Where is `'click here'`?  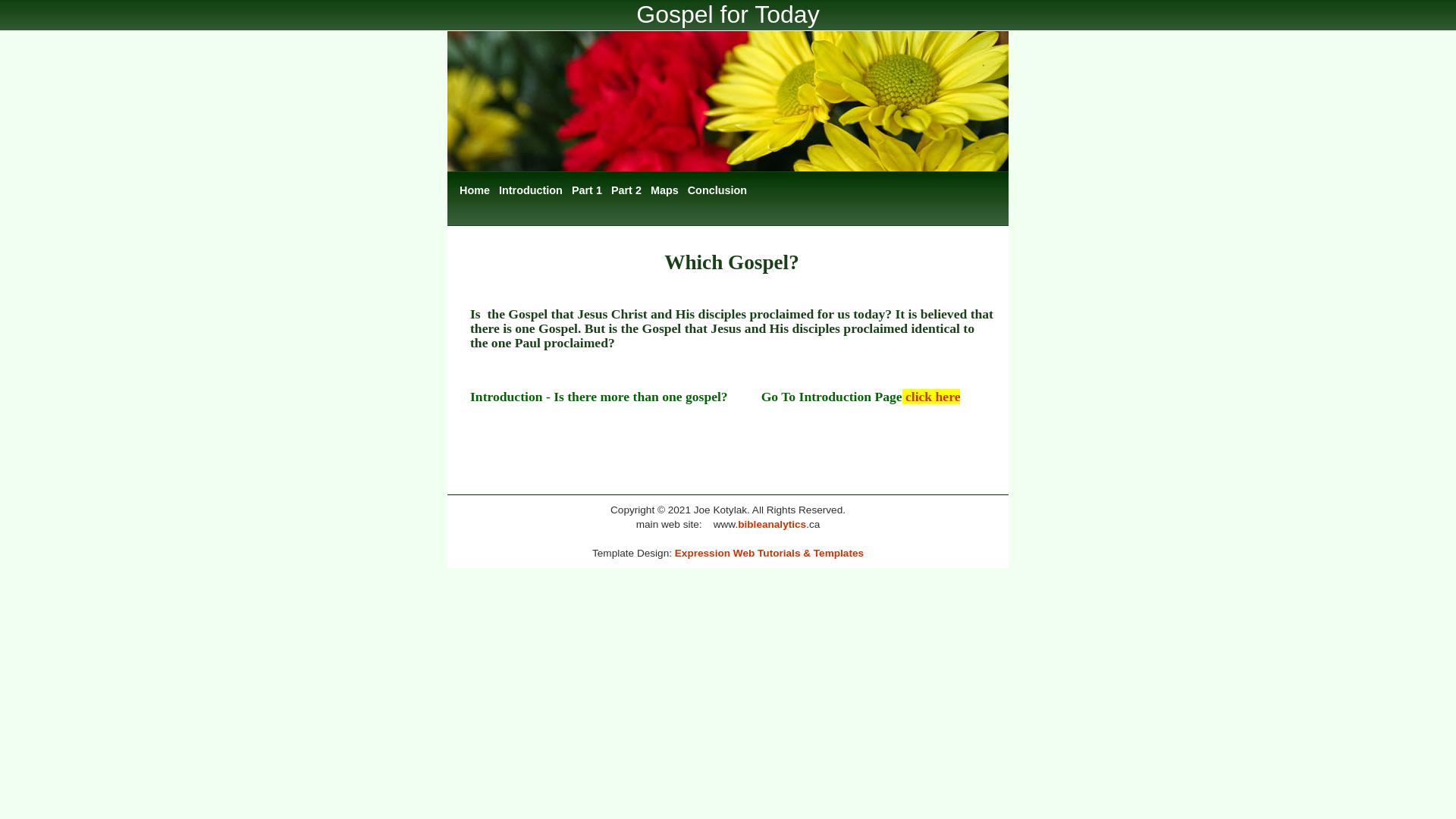 'click here' is located at coordinates (931, 396).